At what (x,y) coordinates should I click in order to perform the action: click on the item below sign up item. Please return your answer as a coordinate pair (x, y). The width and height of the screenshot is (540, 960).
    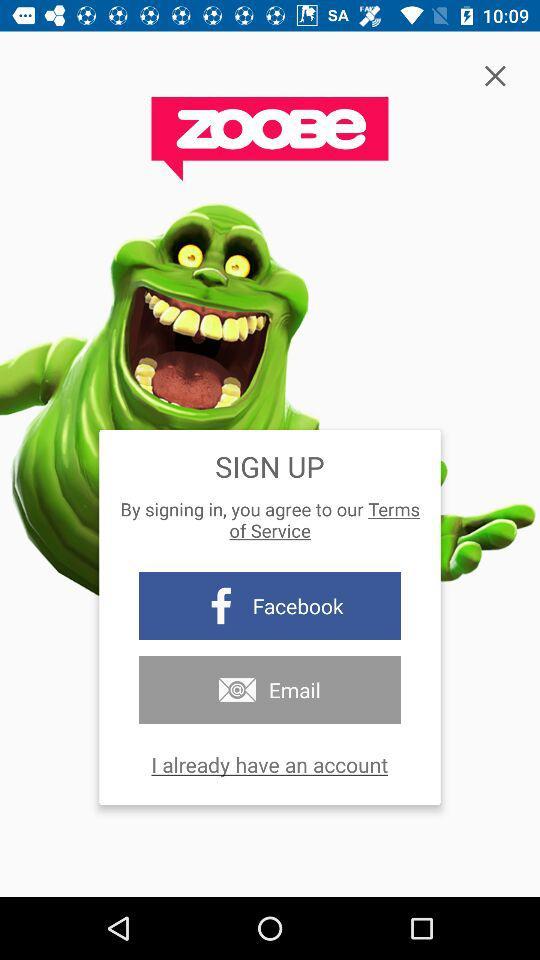
    Looking at the image, I should click on (270, 518).